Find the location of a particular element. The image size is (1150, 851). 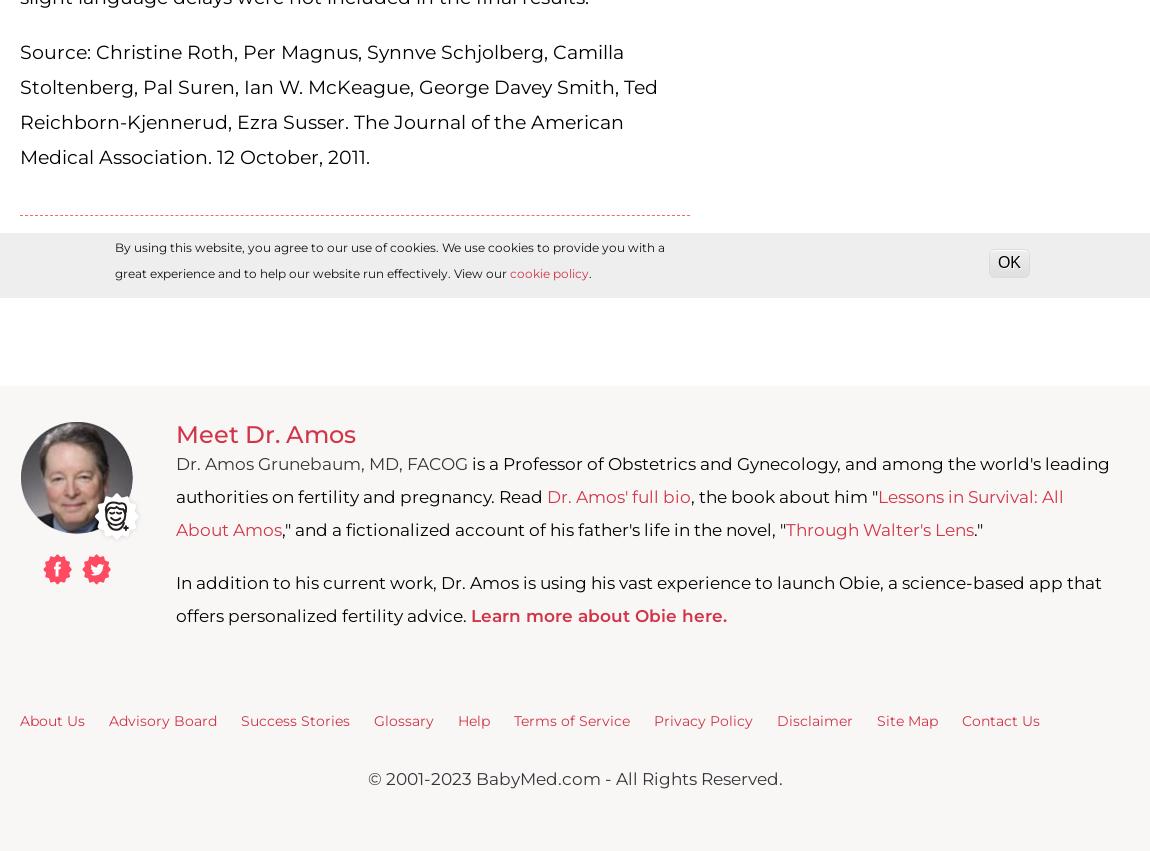

'Disclaimer' is located at coordinates (814, 719).